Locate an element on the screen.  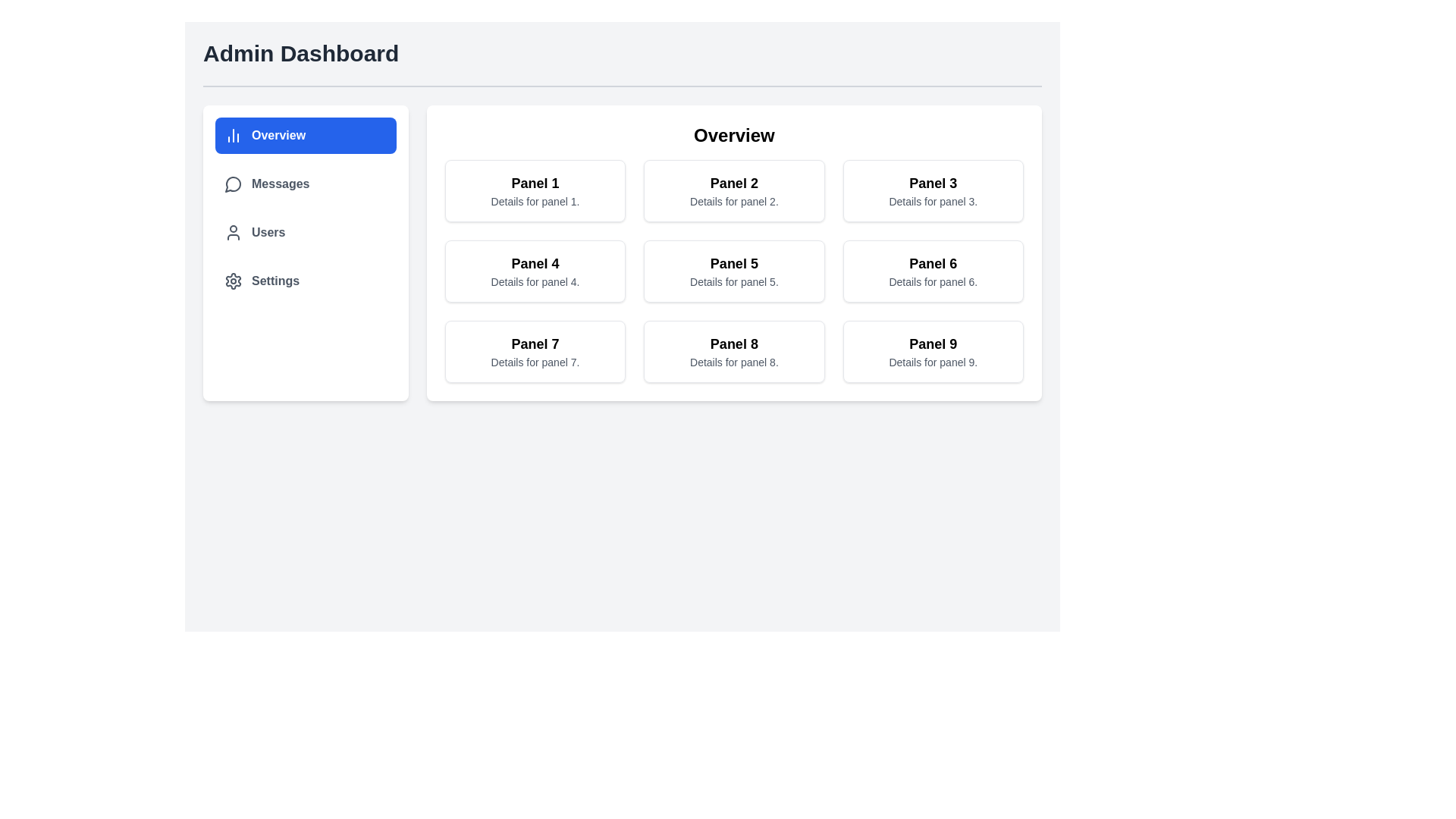
bold text element that says 'Panel 6', located at the top-center of its card in the second row, third column of the grid layout is located at coordinates (932, 262).